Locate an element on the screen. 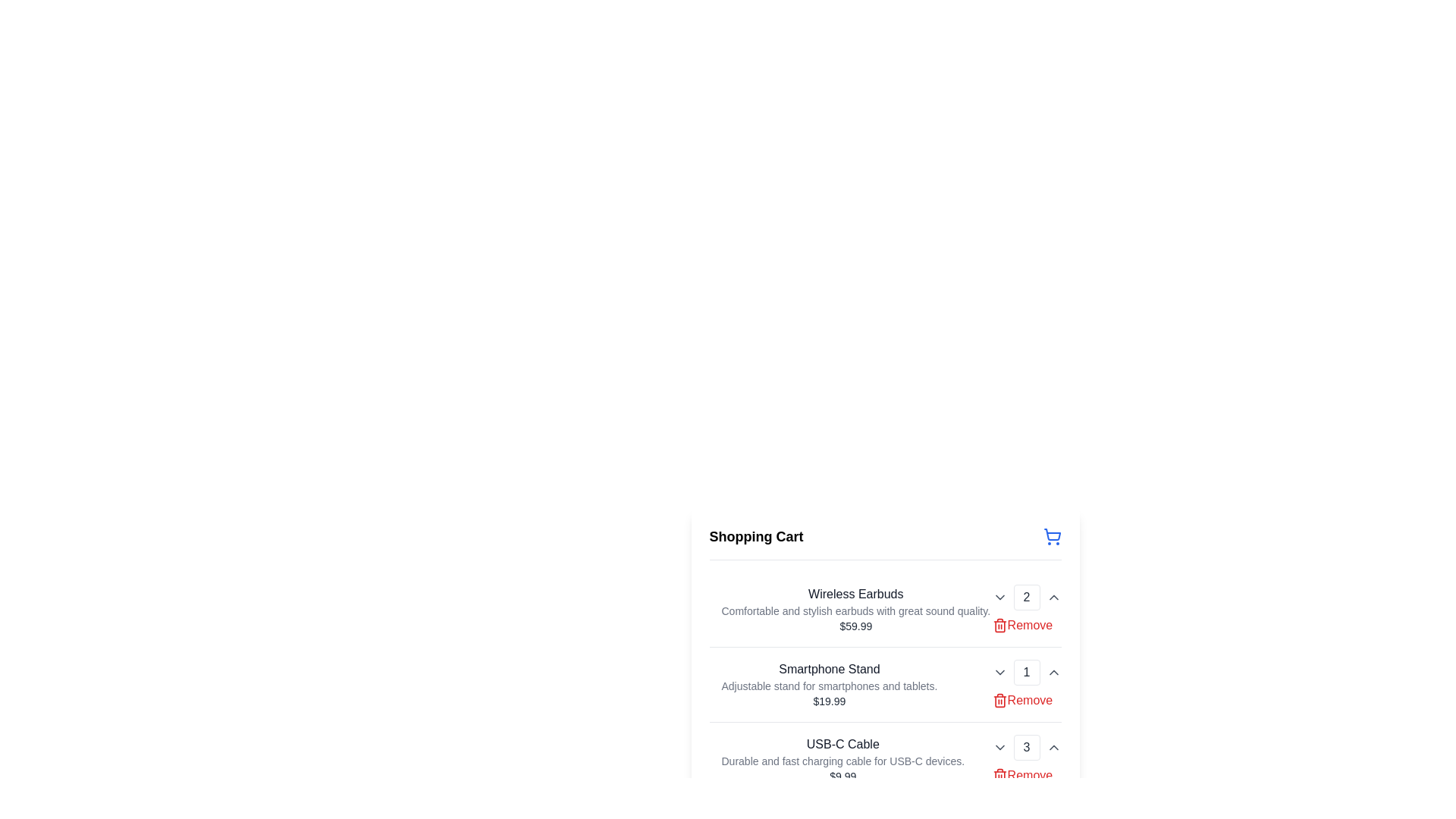 Image resolution: width=1456 pixels, height=819 pixels. the 'Shopping Cart' text header, which is a bold, large-sized text in a sans-serif font located at the top-left corner of the cart section is located at coordinates (756, 536).